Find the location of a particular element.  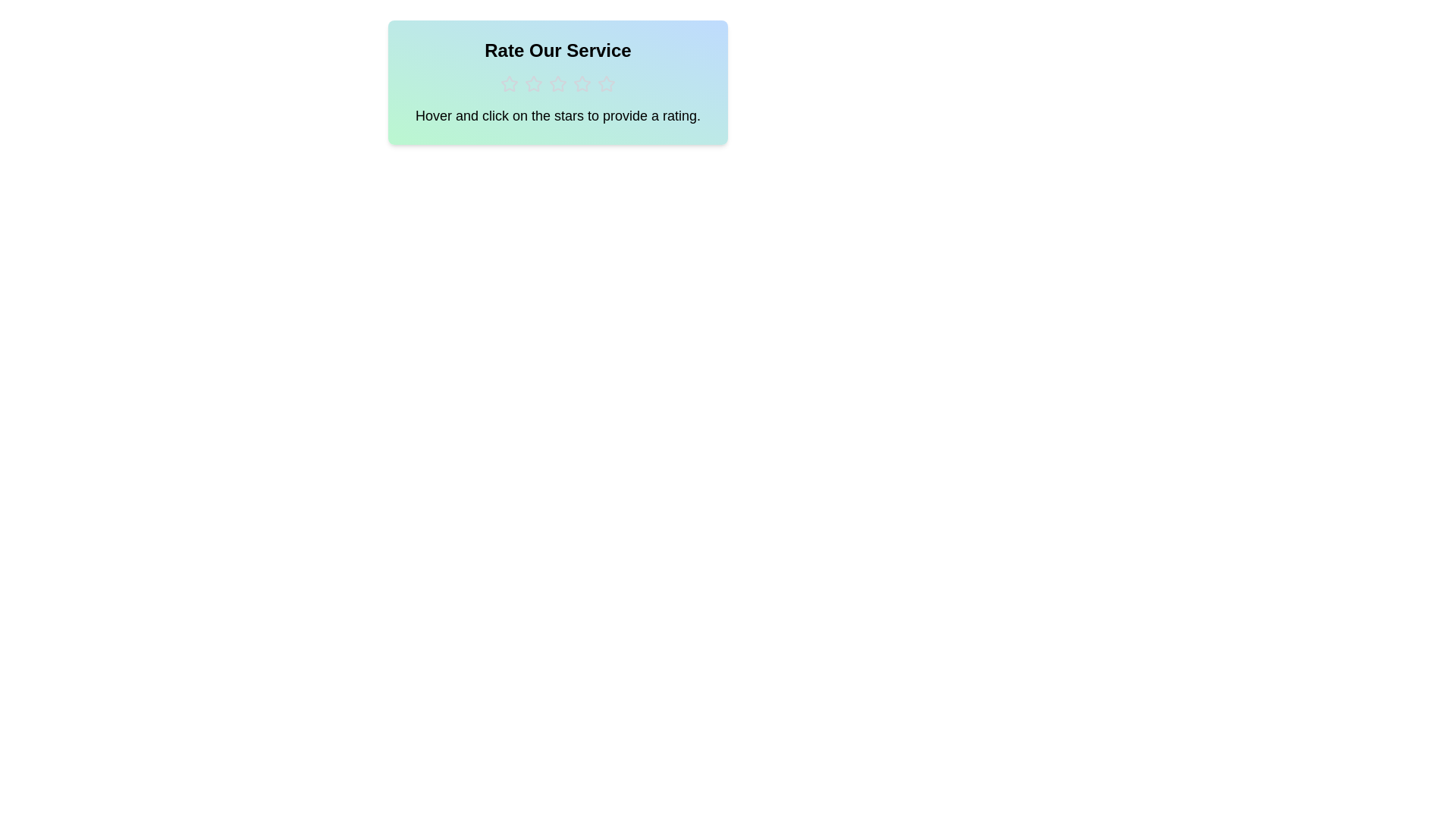

the star corresponding to 5 to preview the rating is located at coordinates (607, 84).